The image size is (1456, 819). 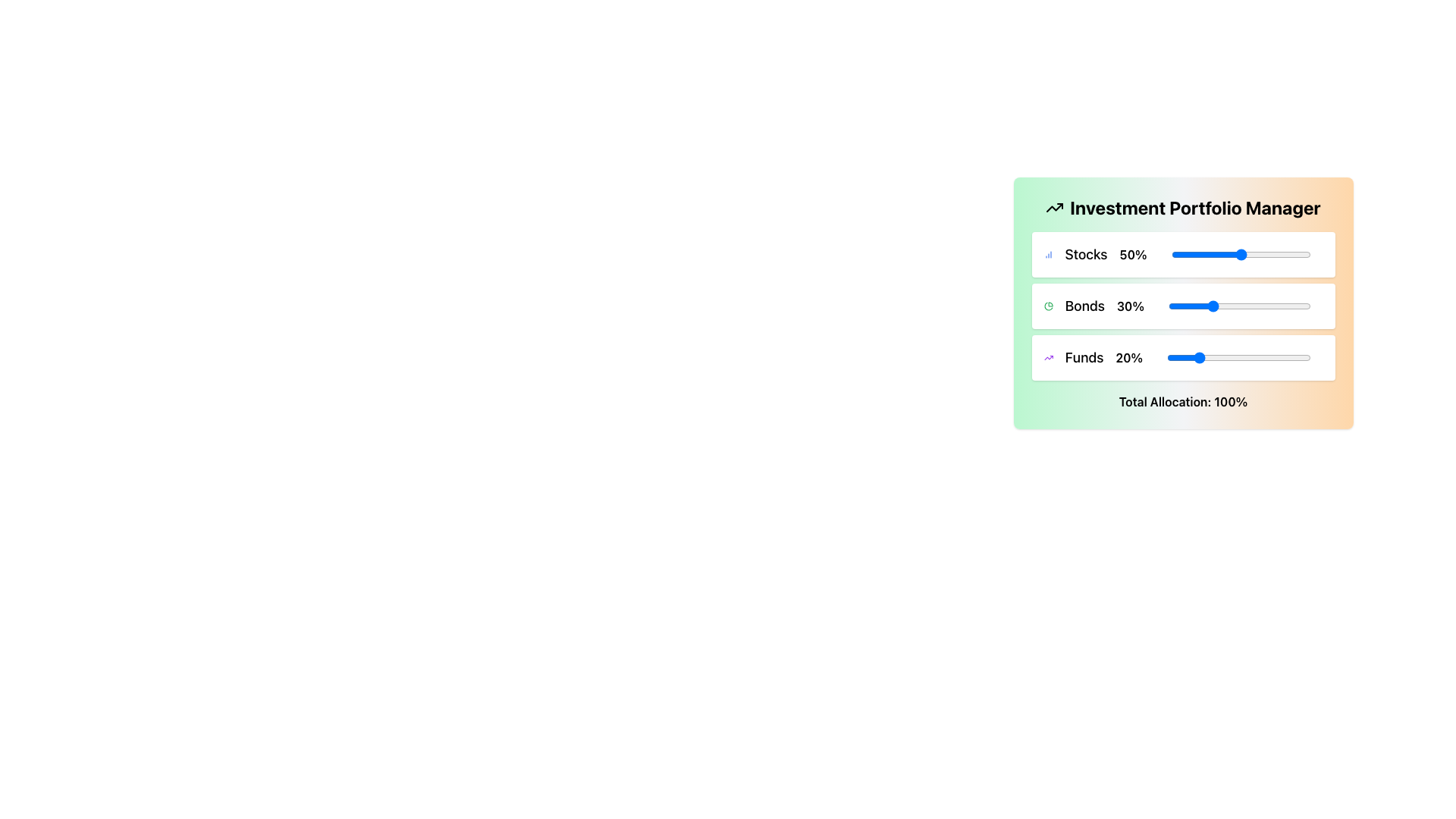 What do you see at coordinates (1296, 253) in the screenshot?
I see `the allocation percentage of the Stocks slider` at bounding box center [1296, 253].